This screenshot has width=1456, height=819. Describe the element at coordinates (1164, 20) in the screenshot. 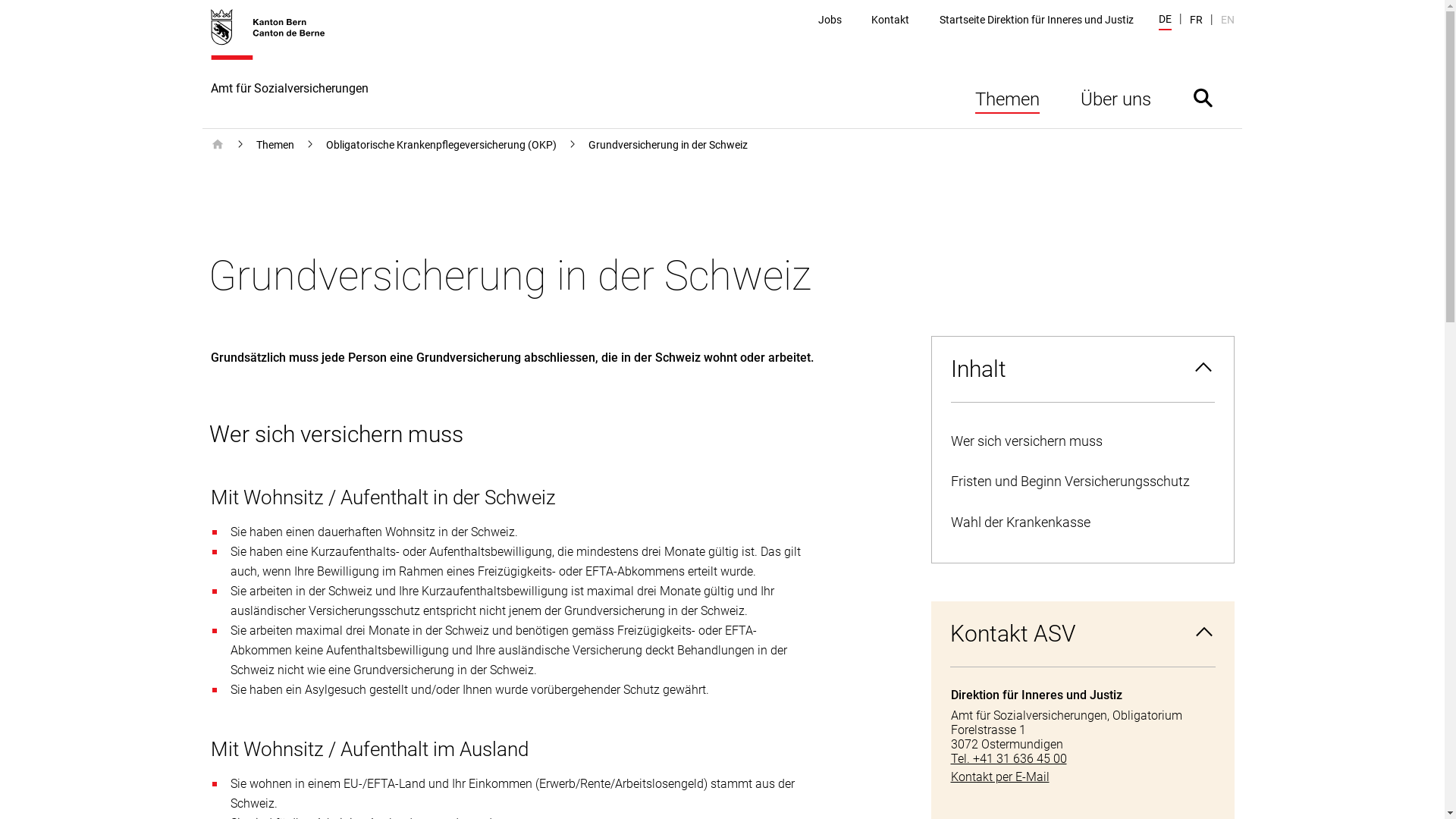

I see `'DE'` at that location.